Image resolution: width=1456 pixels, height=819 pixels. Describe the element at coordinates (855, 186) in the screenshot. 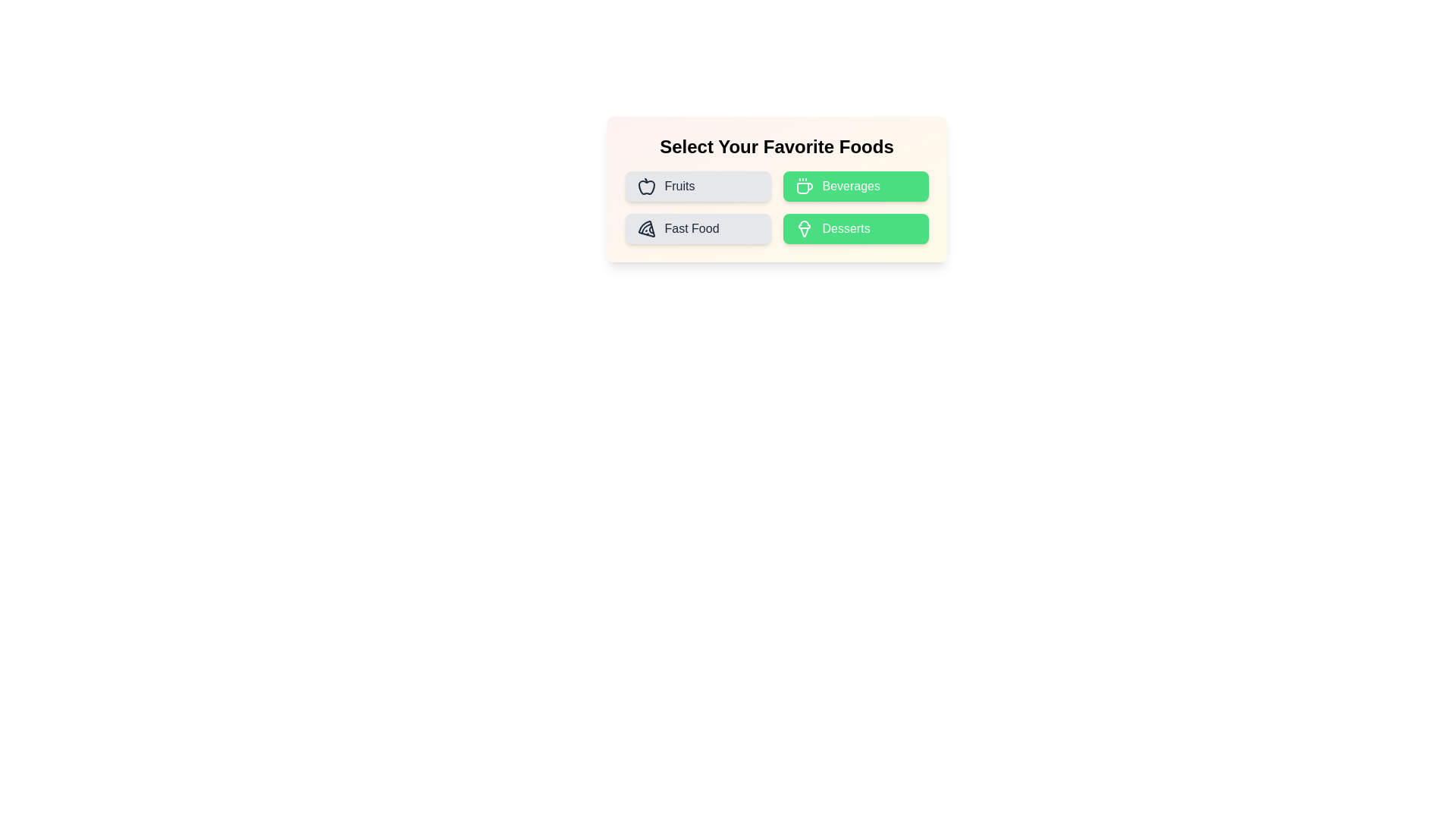

I see `the Beverages button to inspect its icon and label` at that location.